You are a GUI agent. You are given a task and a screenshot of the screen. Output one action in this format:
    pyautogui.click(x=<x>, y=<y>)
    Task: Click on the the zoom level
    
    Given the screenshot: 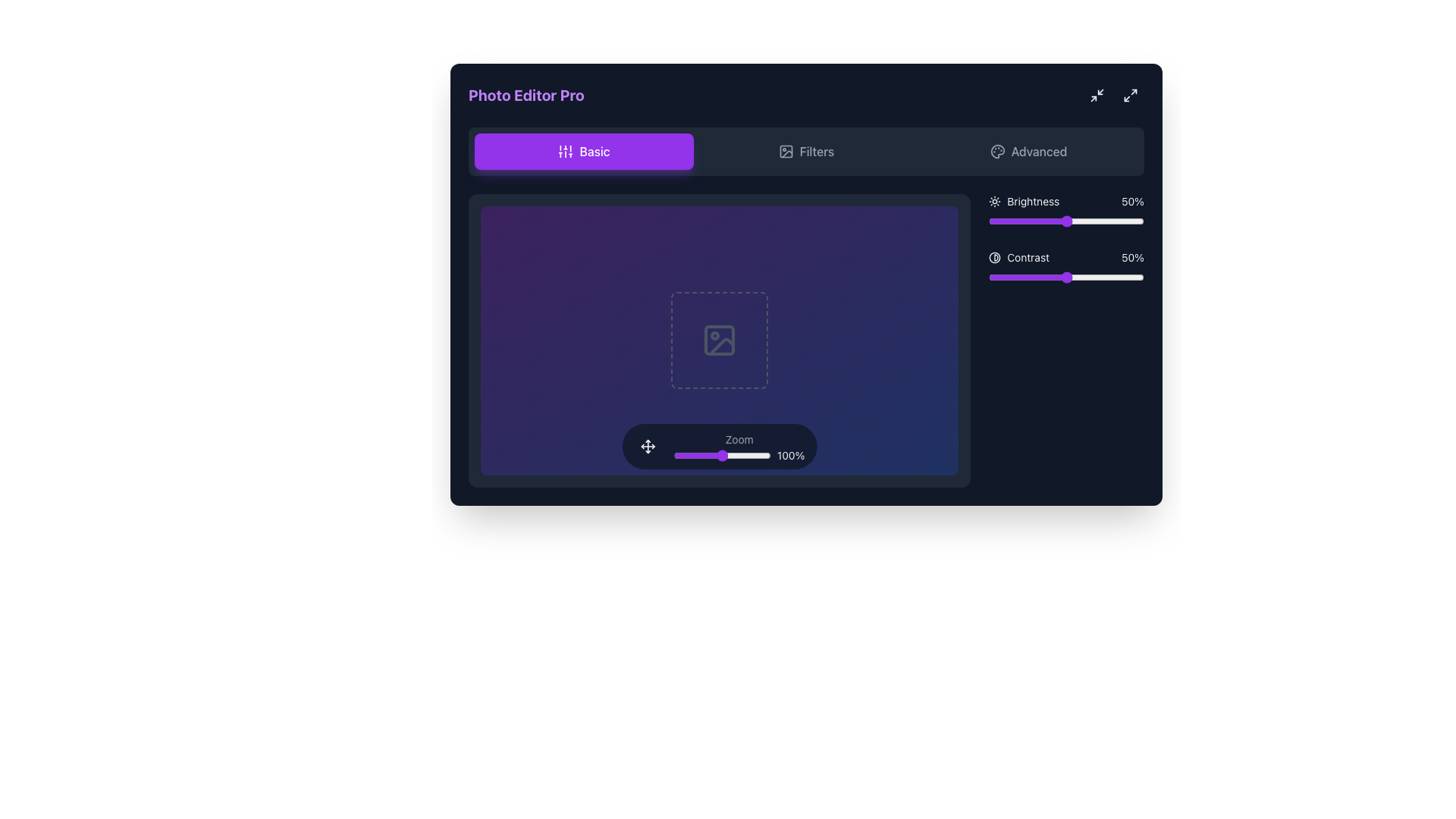 What is the action you would take?
    pyautogui.click(x=686, y=454)
    